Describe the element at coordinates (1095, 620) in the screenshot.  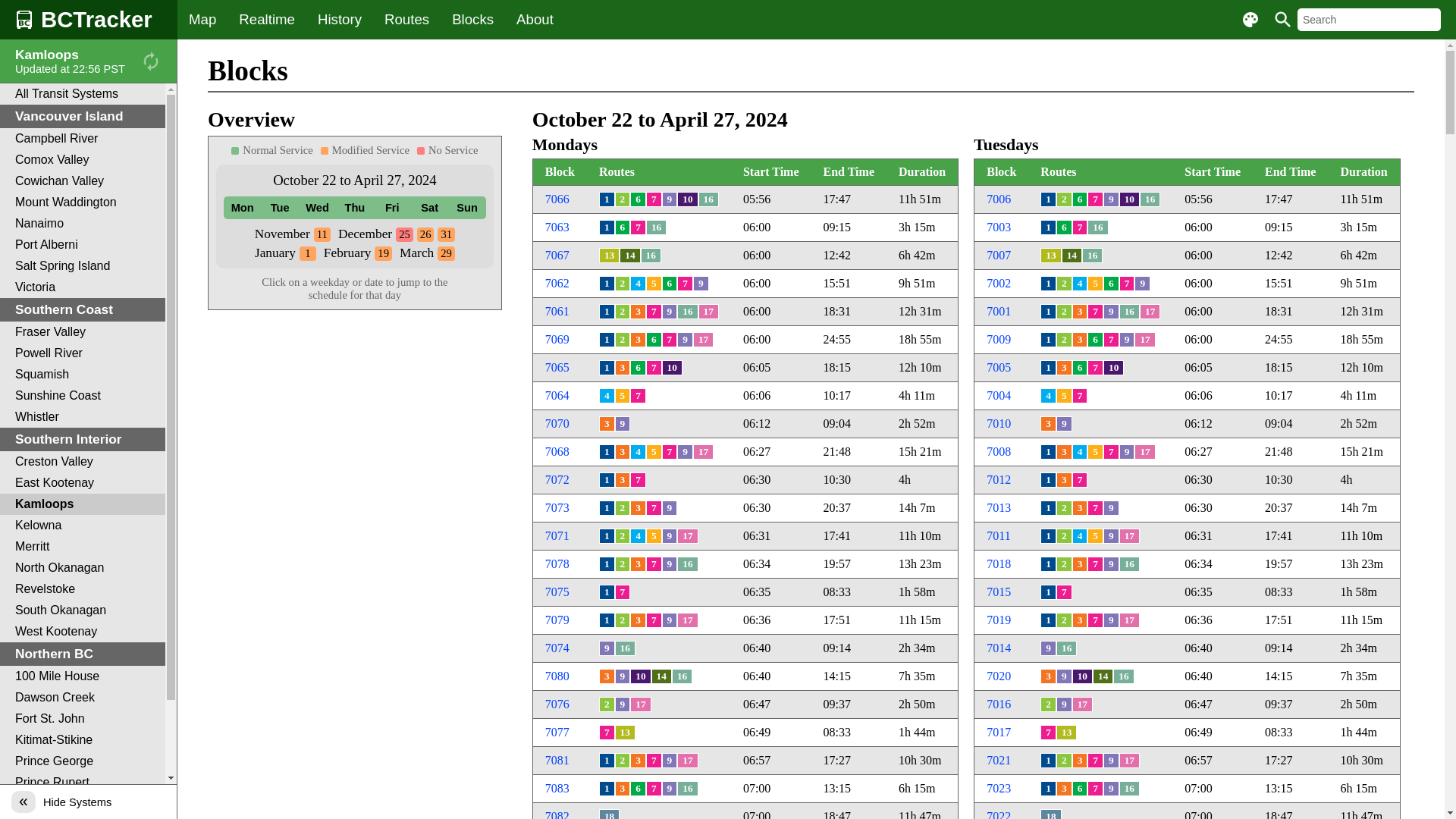
I see `'7'` at that location.